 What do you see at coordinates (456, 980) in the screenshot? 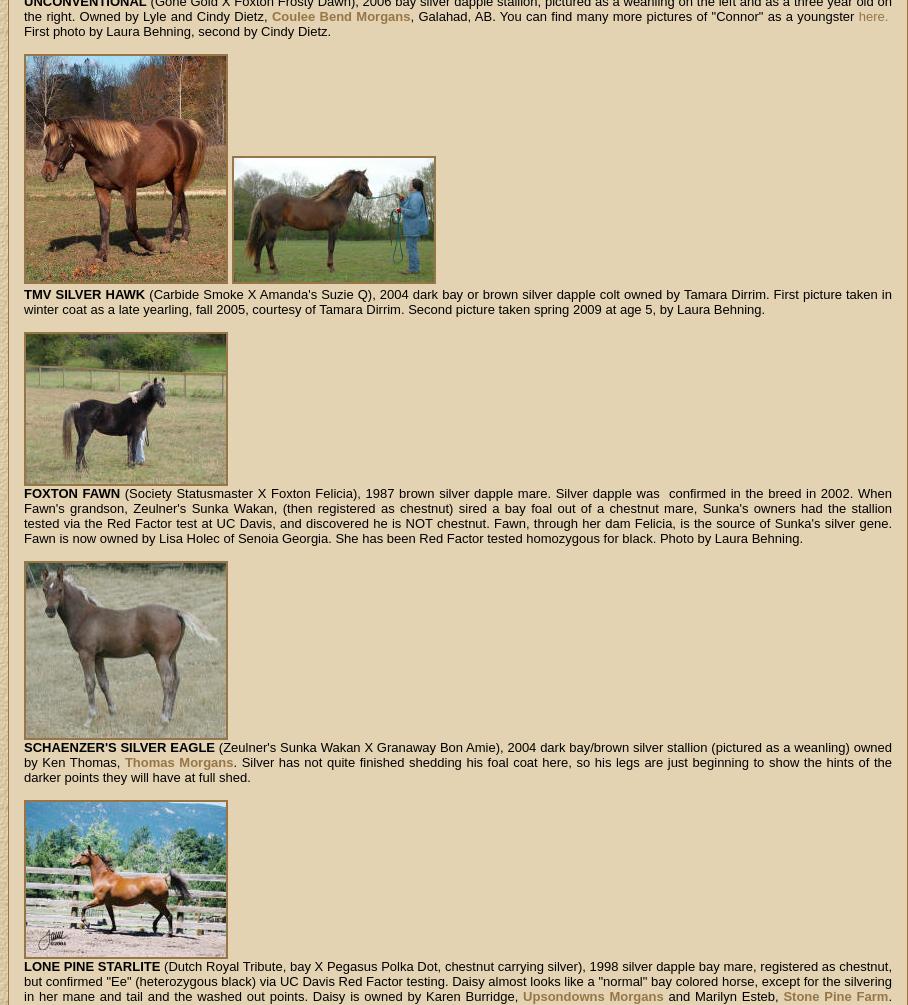
I see `'(Dutch Royal Tribute, bay X Pegasus Polka Dot, chestnut carrying silver), 
1998 silver dapple bay mare, registered as chestnut, but confirmed "Ee" (heterozygous black)  via UC 
Davis Red Factor testing. Daisy almost looks like a "normal" bay colored horse, 
except for the silvering in her mane and tail and the washed out points. Daisy 
is owned by Karen Burridge,'` at bounding box center [456, 980].